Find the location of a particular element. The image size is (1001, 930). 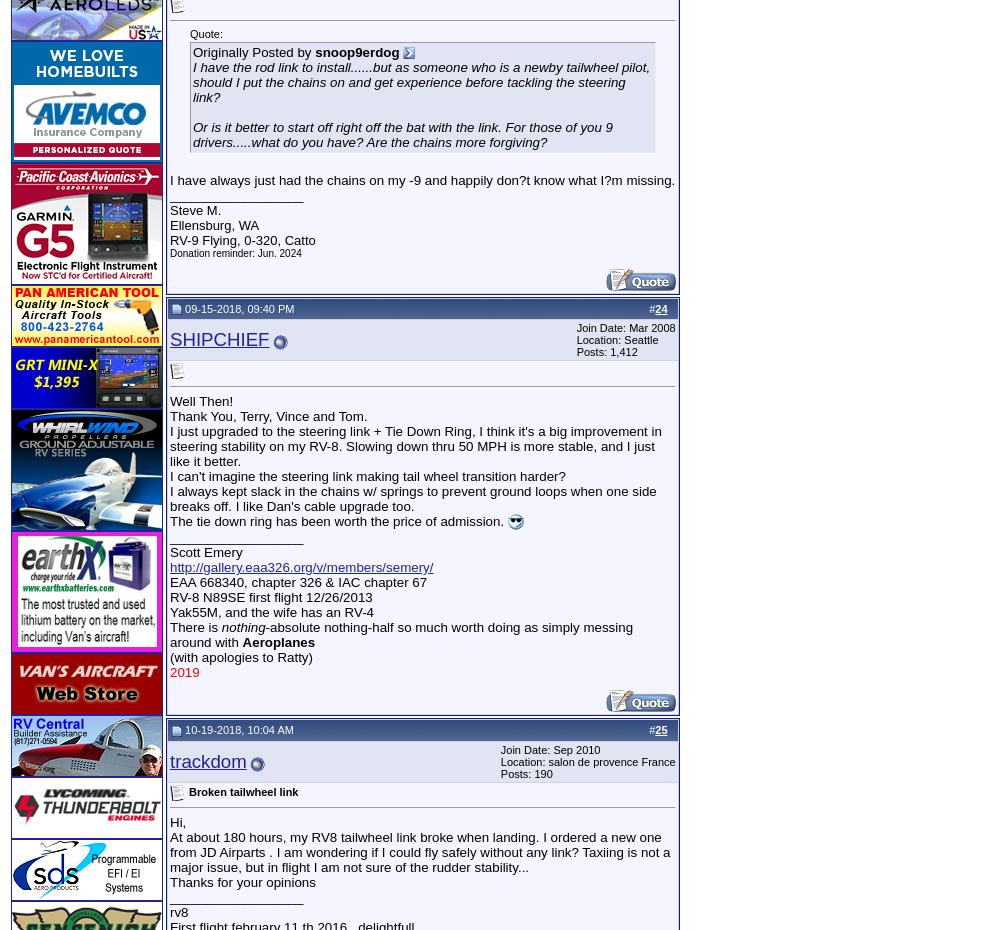

'snoop9erdog' is located at coordinates (315, 50).